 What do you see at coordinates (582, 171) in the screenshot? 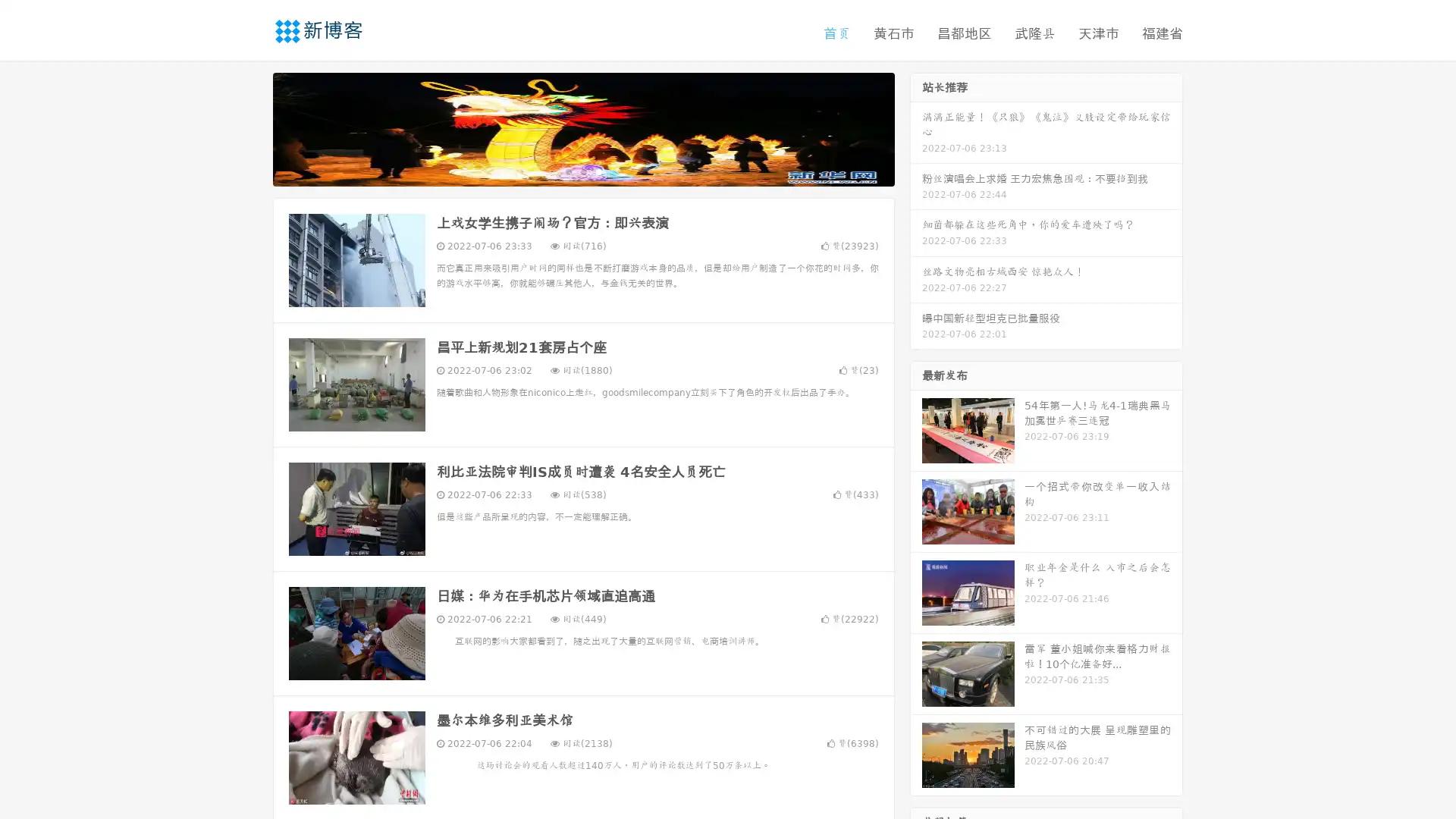
I see `Go to slide 2` at bounding box center [582, 171].